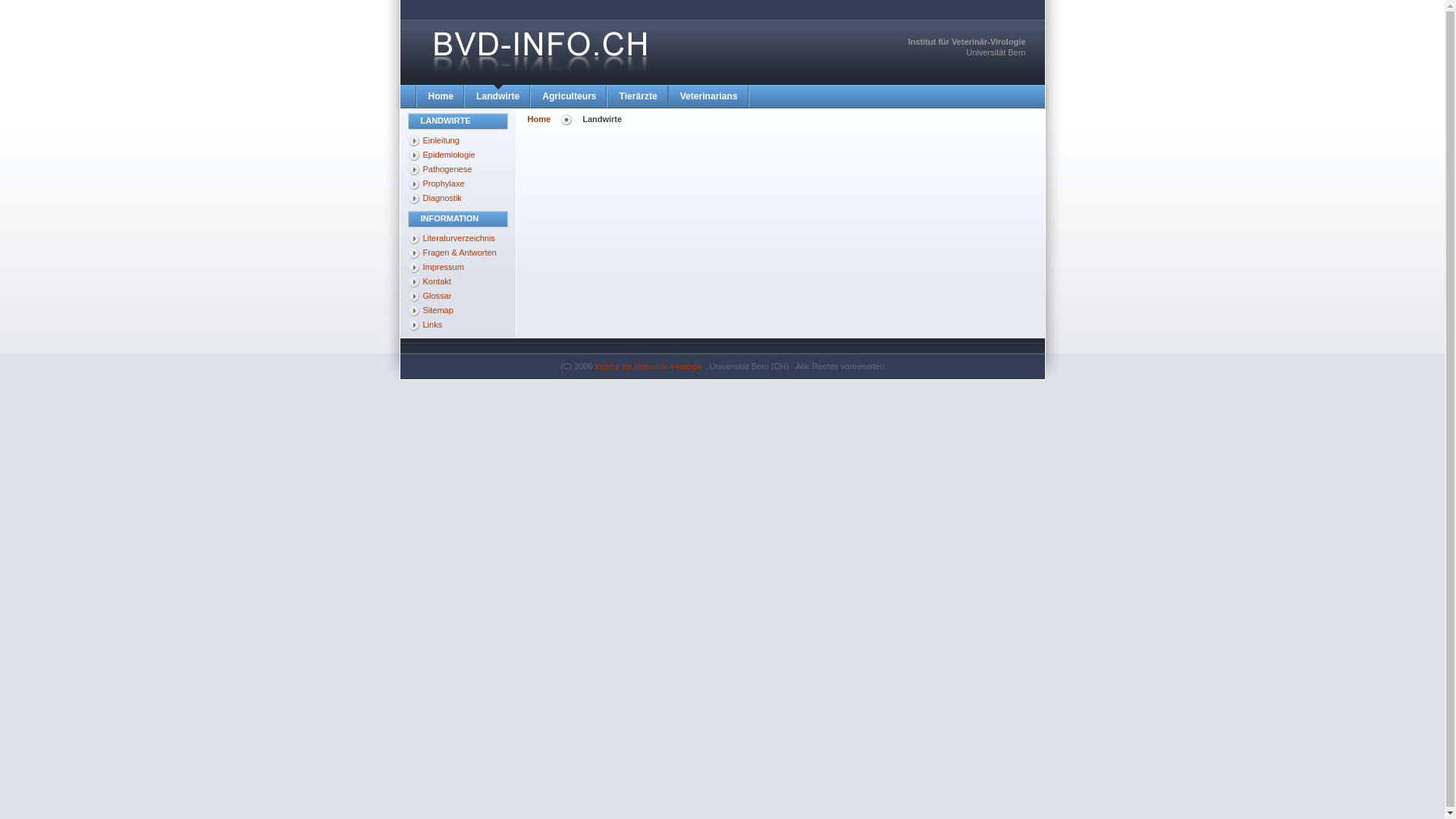  What do you see at coordinates (457, 184) in the screenshot?
I see `'Prophylaxe'` at bounding box center [457, 184].